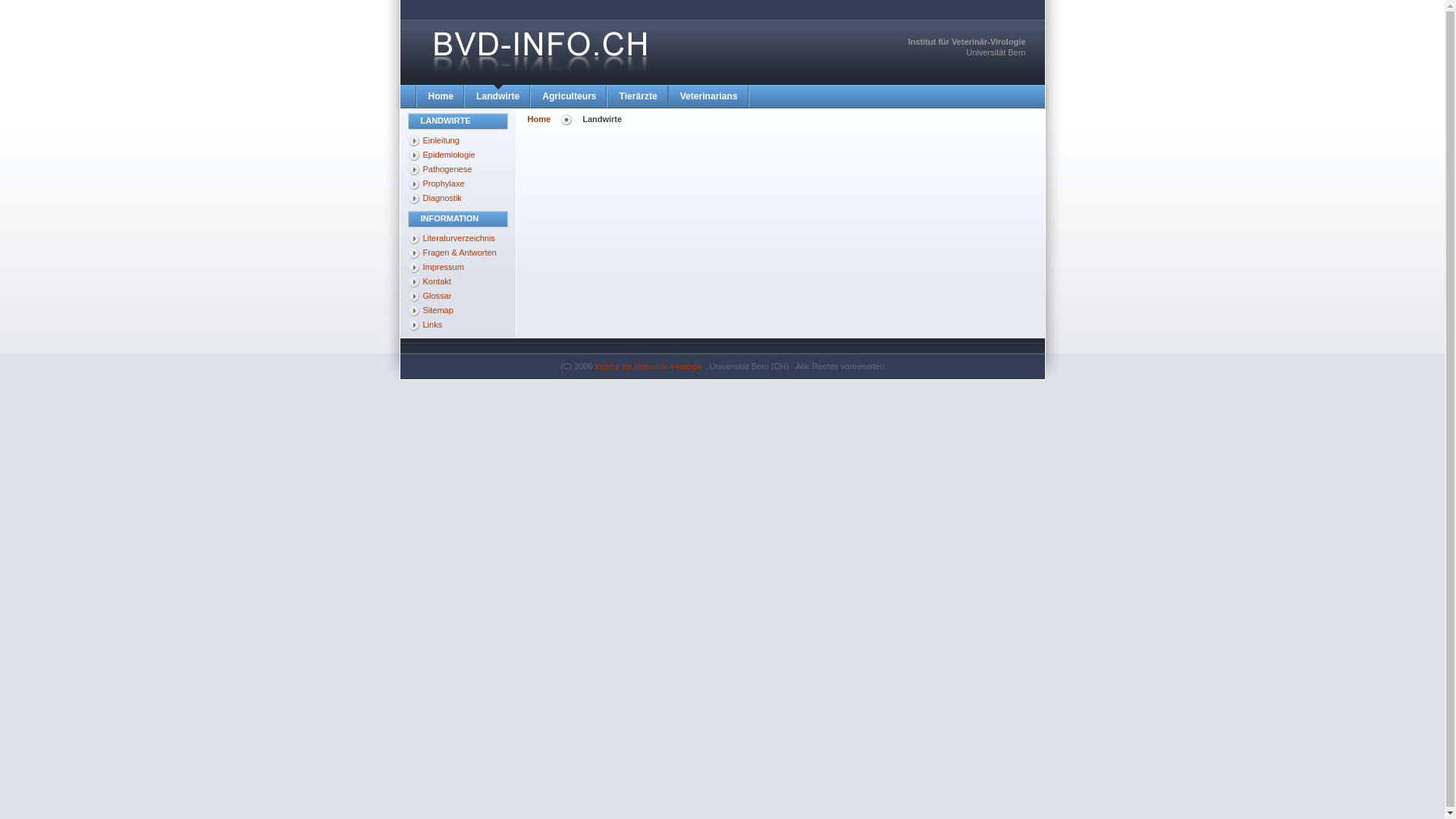  What do you see at coordinates (457, 184) in the screenshot?
I see `'Prophylaxe'` at bounding box center [457, 184].